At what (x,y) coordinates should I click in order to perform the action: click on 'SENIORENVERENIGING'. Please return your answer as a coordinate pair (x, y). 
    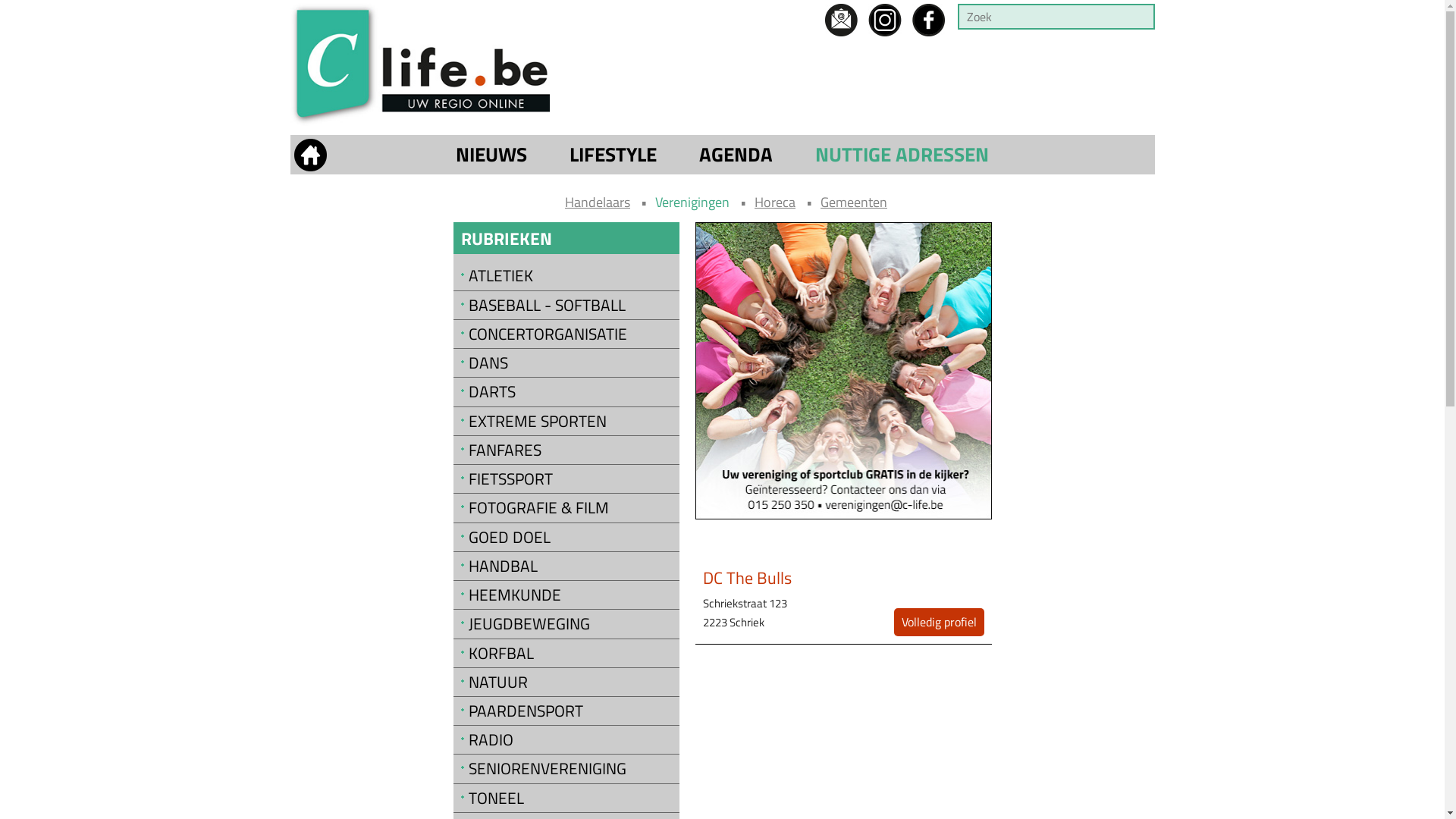
    Looking at the image, I should click on (460, 768).